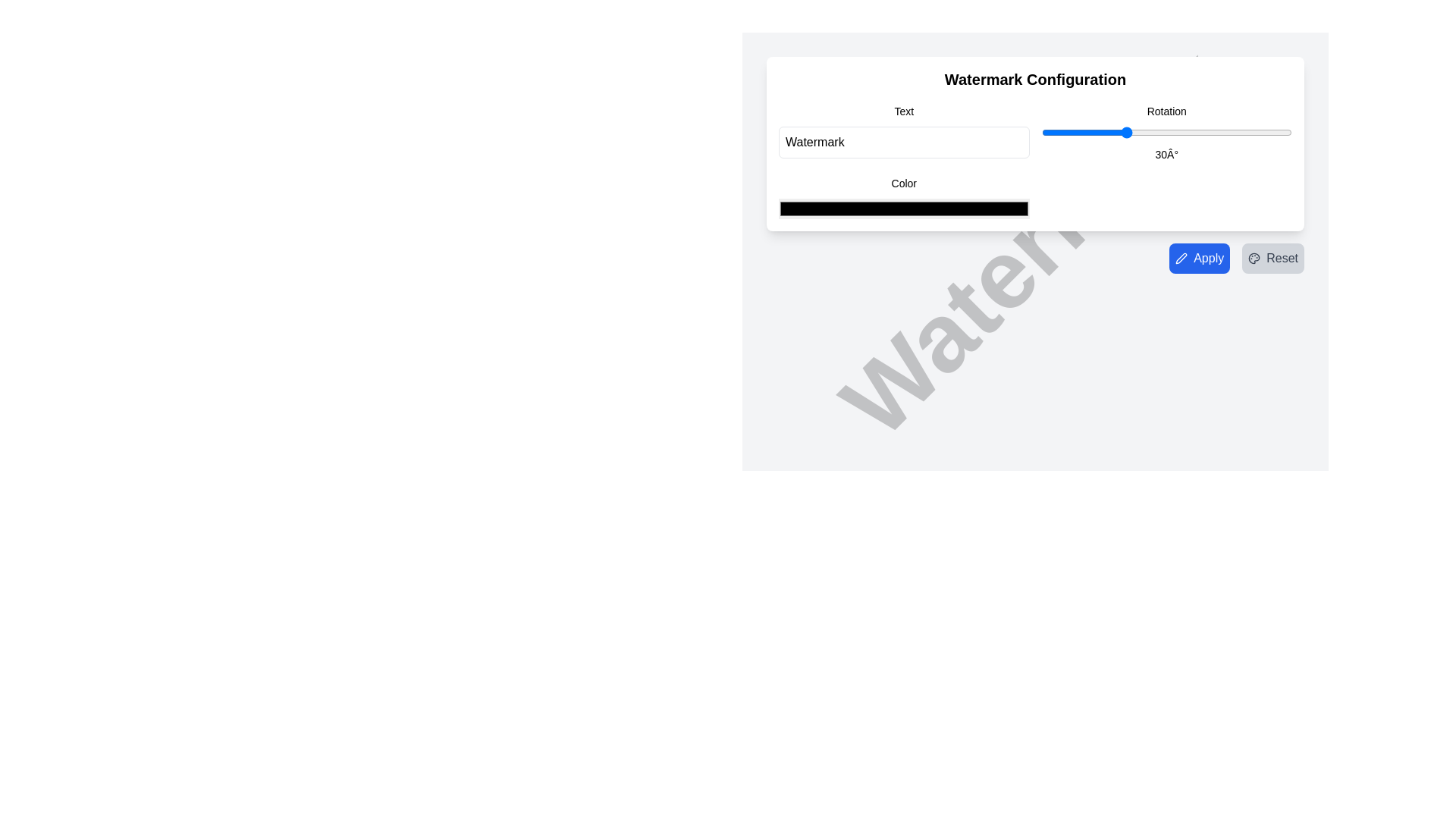 The width and height of the screenshot is (1456, 819). I want to click on rotation, so click(1202, 131).